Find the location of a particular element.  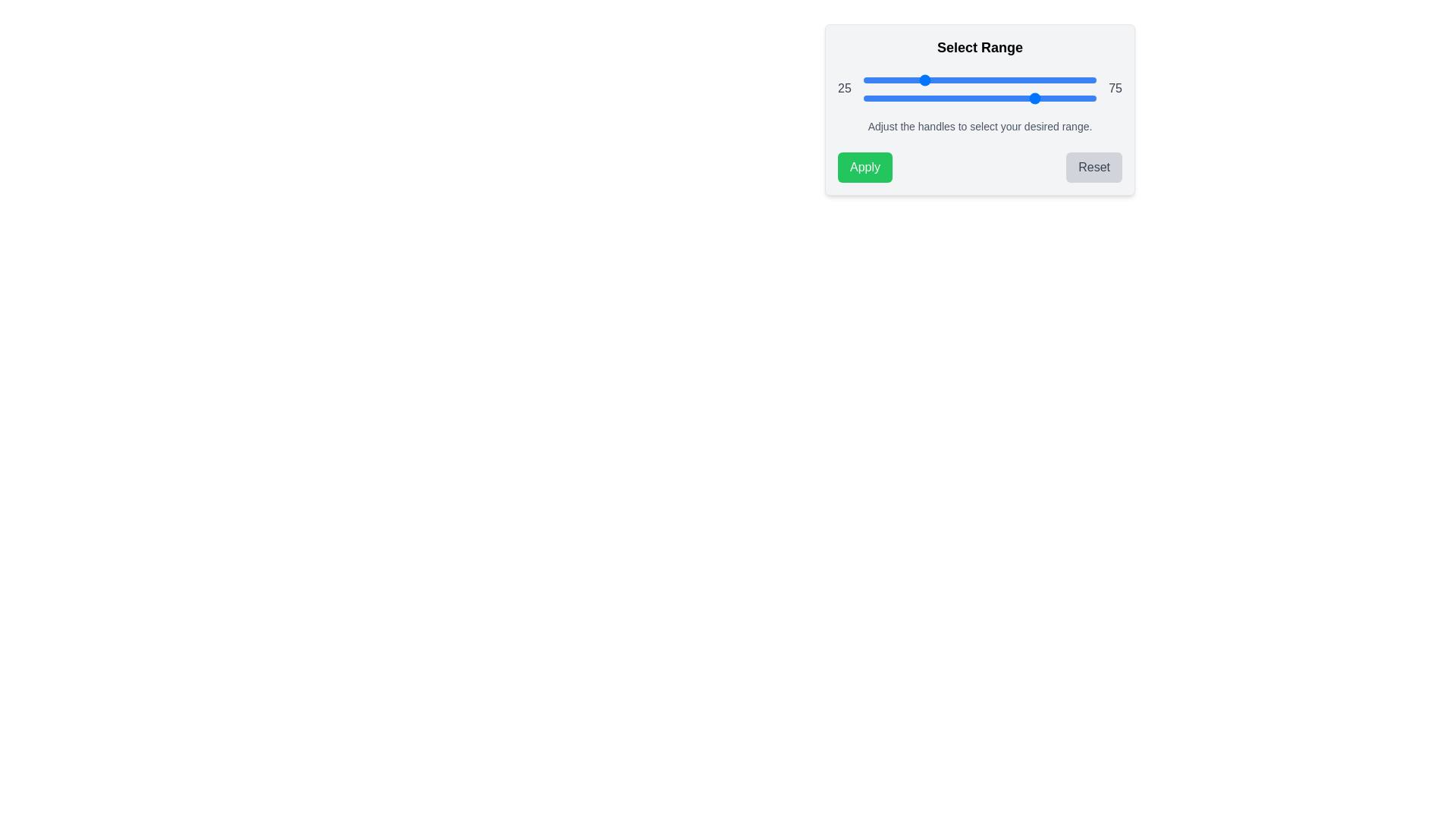

the slider value is located at coordinates (916, 99).